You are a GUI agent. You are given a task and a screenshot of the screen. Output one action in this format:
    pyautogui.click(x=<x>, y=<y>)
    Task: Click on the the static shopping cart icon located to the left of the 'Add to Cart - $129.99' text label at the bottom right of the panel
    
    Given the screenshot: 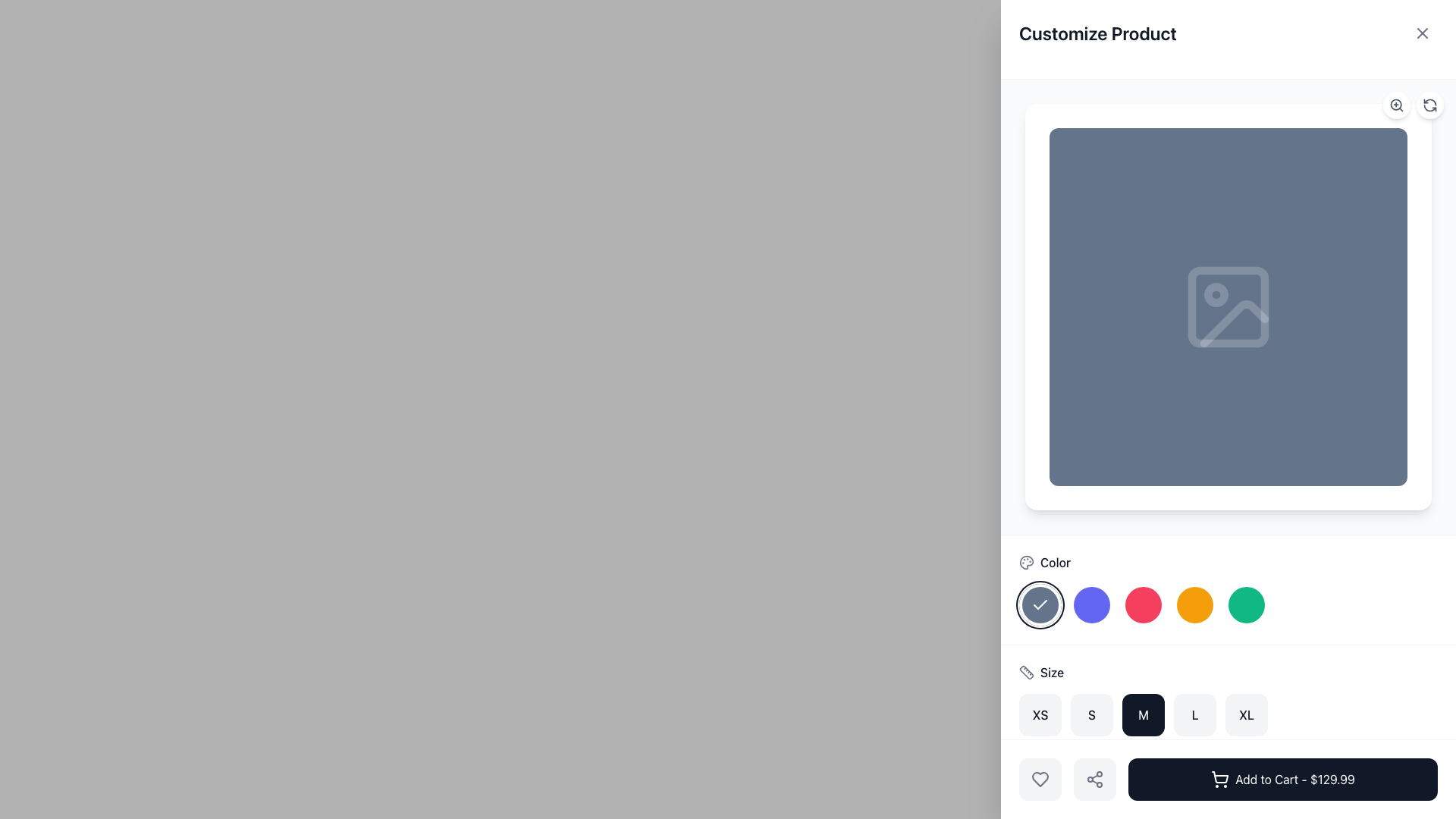 What is the action you would take?
    pyautogui.click(x=1220, y=777)
    